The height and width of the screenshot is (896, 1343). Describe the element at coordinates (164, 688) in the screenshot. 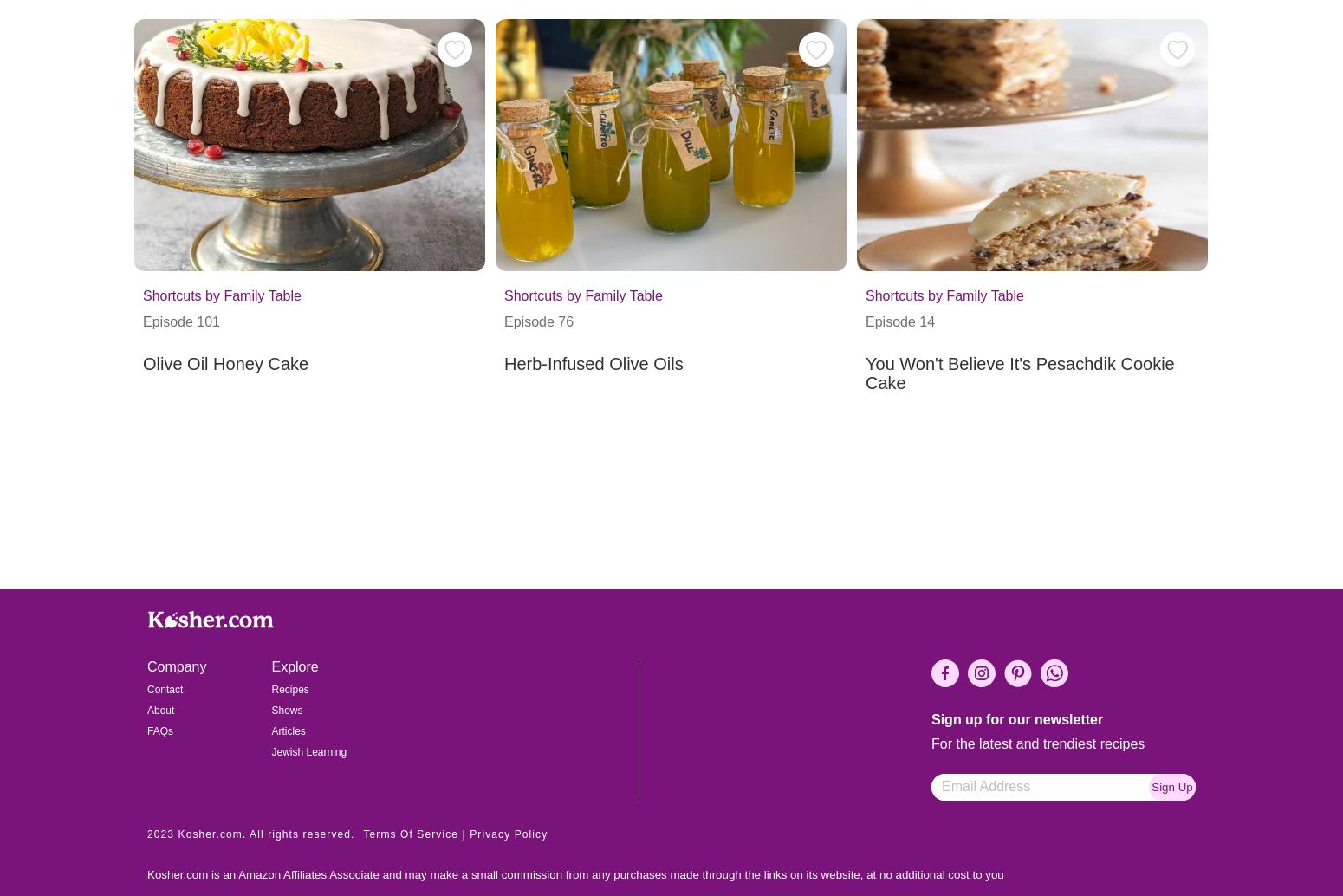

I see `'Contact'` at that location.